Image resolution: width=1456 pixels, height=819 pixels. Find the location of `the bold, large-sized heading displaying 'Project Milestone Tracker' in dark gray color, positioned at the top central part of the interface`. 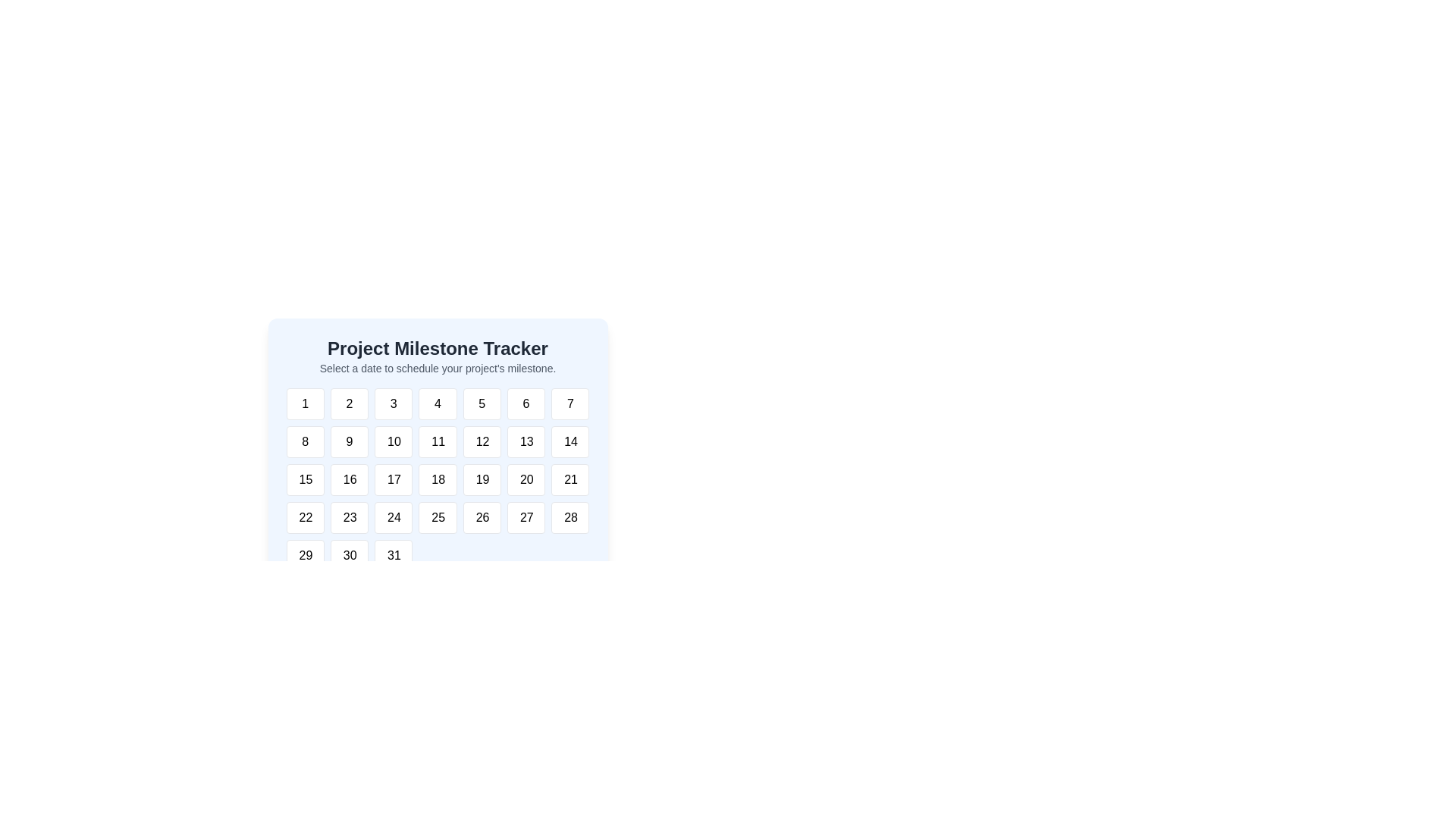

the bold, large-sized heading displaying 'Project Milestone Tracker' in dark gray color, positioned at the top central part of the interface is located at coordinates (437, 348).